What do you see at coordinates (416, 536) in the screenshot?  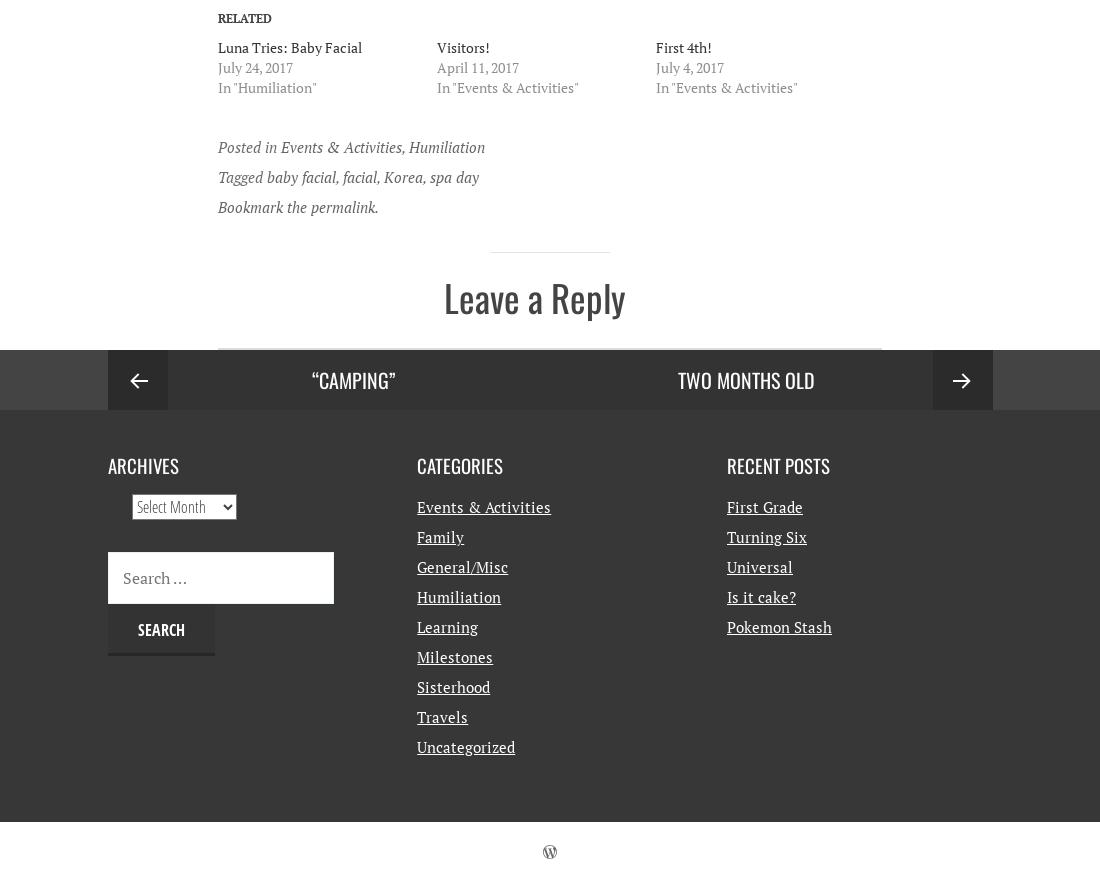 I see `'Family'` at bounding box center [416, 536].